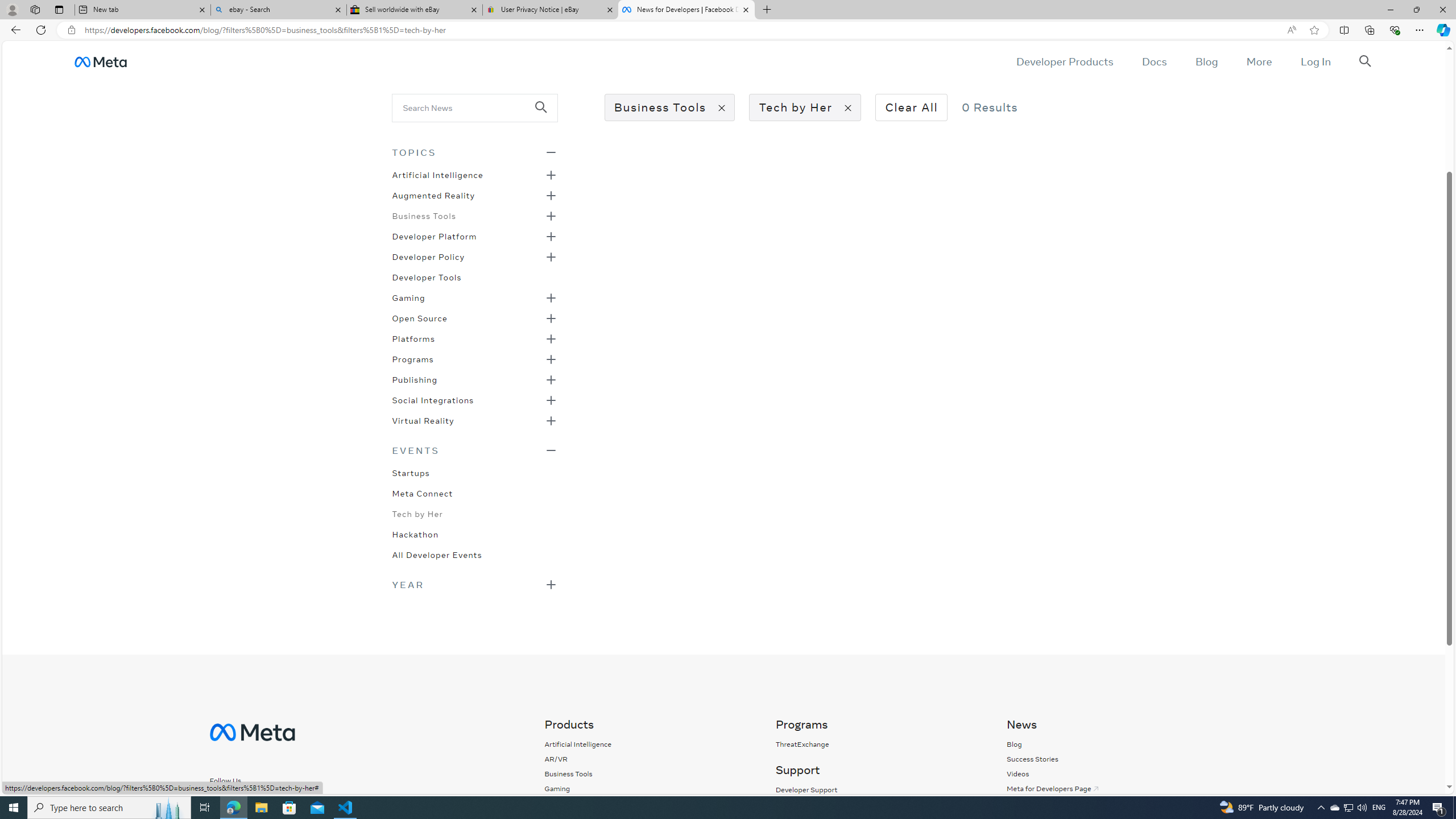  I want to click on 'Class: _8_jq', so click(264, 801).